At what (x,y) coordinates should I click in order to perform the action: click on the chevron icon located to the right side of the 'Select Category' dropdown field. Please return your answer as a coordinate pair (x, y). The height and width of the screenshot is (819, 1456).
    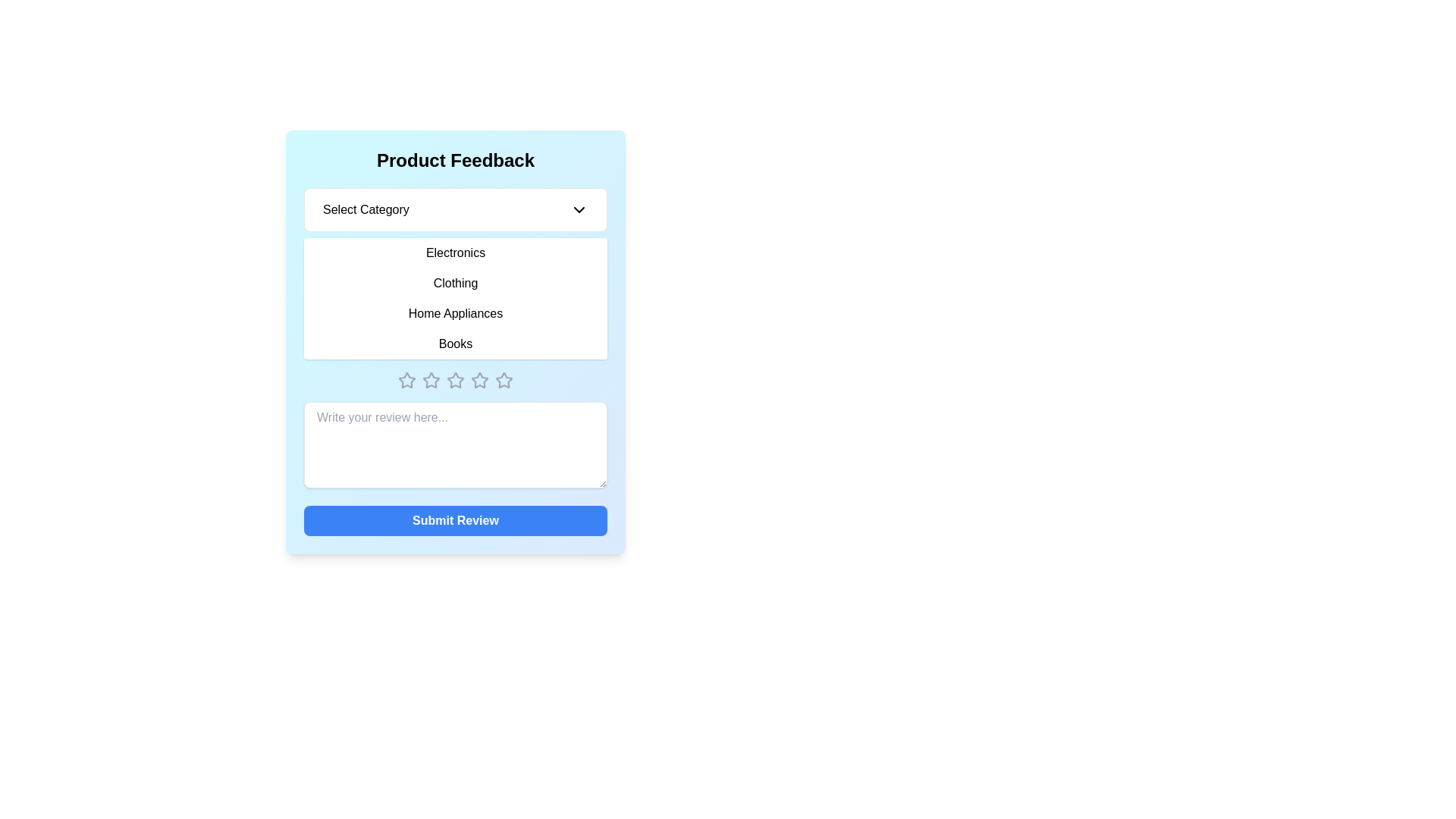
    Looking at the image, I should click on (578, 210).